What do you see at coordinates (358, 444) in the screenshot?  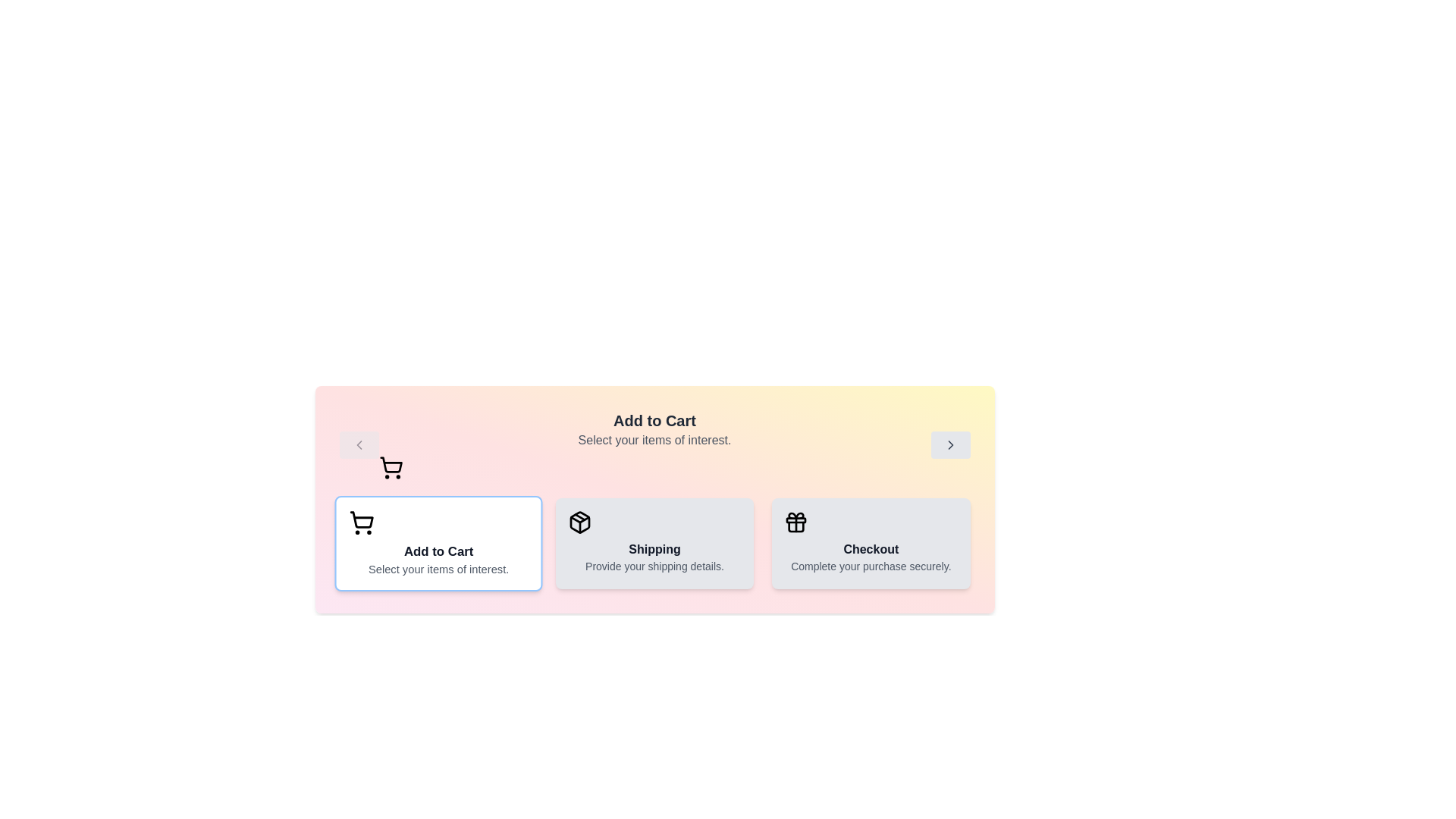 I see `the left-pointing chevron icon button located in the top-left corner of the navigational interface` at bounding box center [358, 444].